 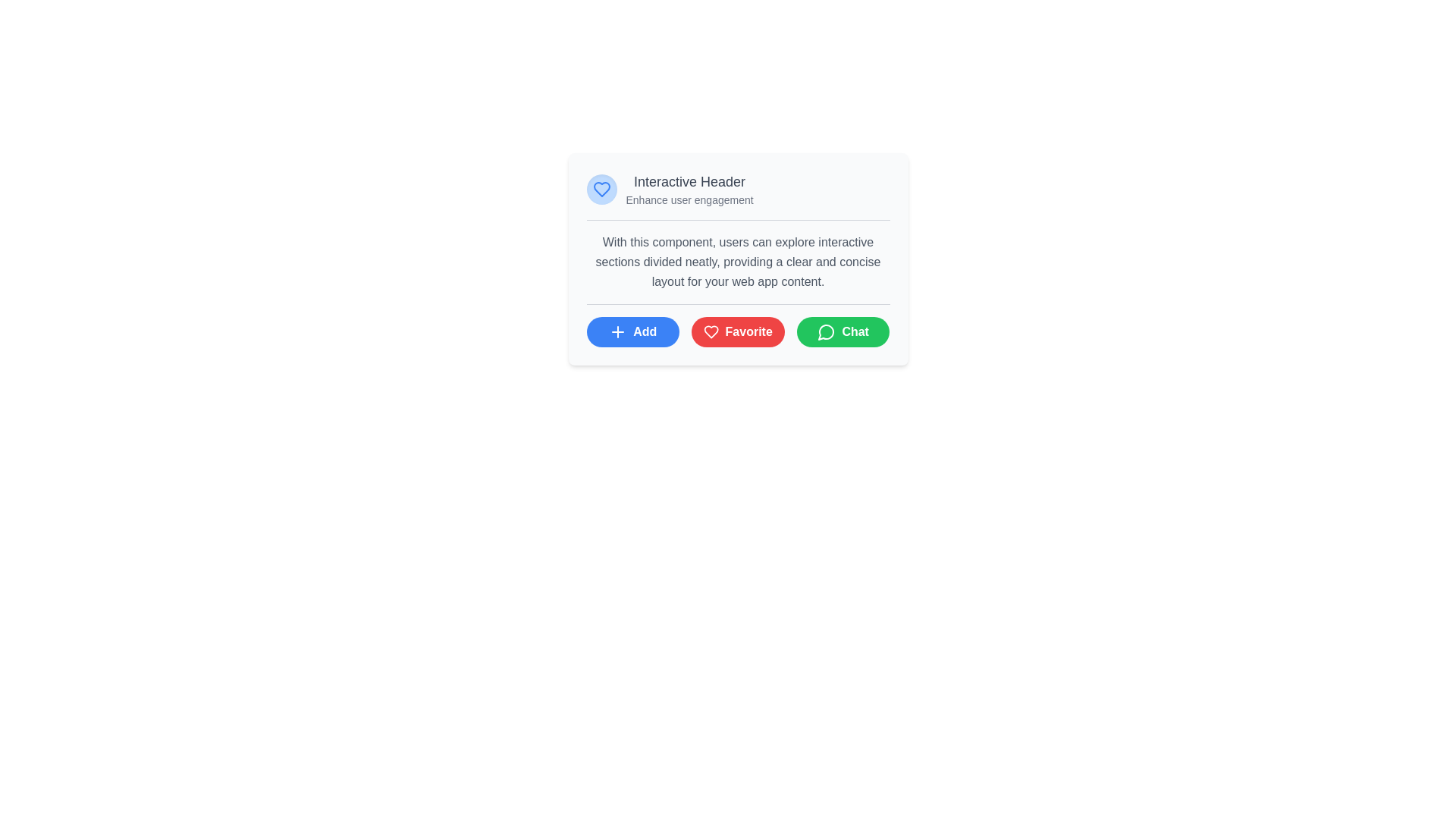 What do you see at coordinates (689, 199) in the screenshot?
I see `static text element displaying 'Enhance user engagement', which is styled in a smaller, lighter gray font and positioned below the 'Interactive Header'` at bounding box center [689, 199].